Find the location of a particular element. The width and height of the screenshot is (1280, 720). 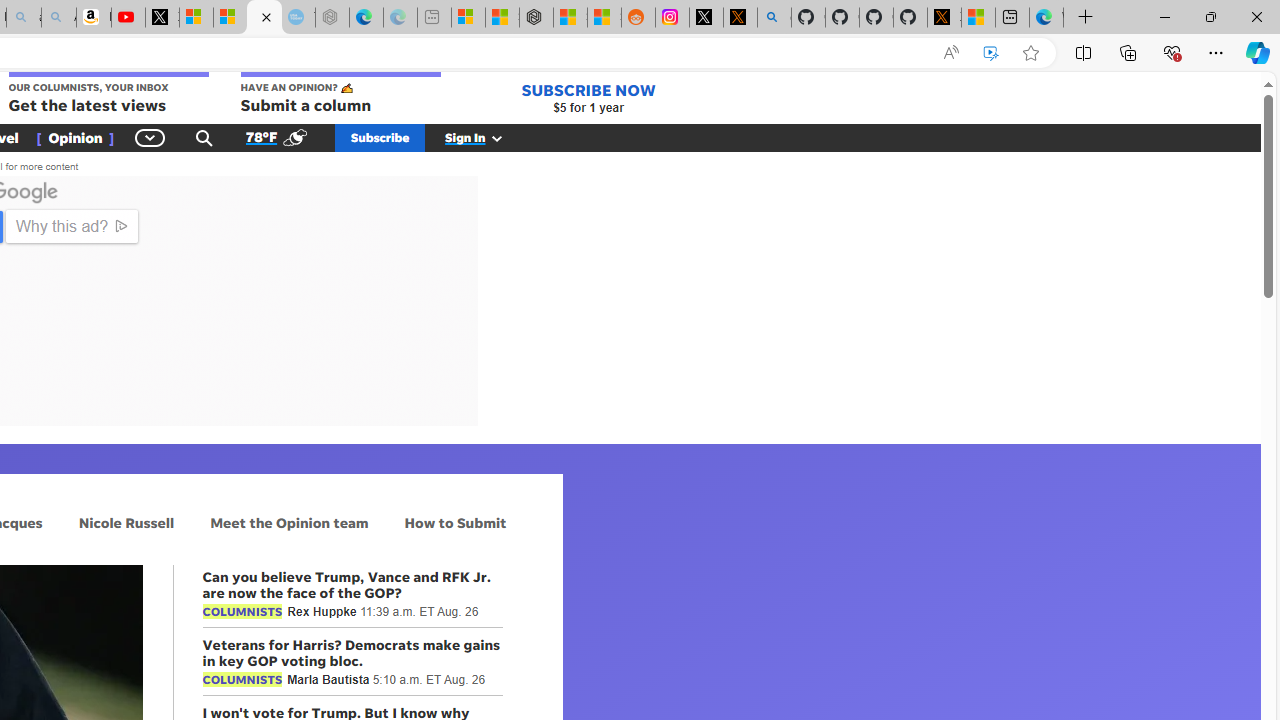

'Amazon Echo Dot PNG - Search Images - Sleeping' is located at coordinates (58, 17).